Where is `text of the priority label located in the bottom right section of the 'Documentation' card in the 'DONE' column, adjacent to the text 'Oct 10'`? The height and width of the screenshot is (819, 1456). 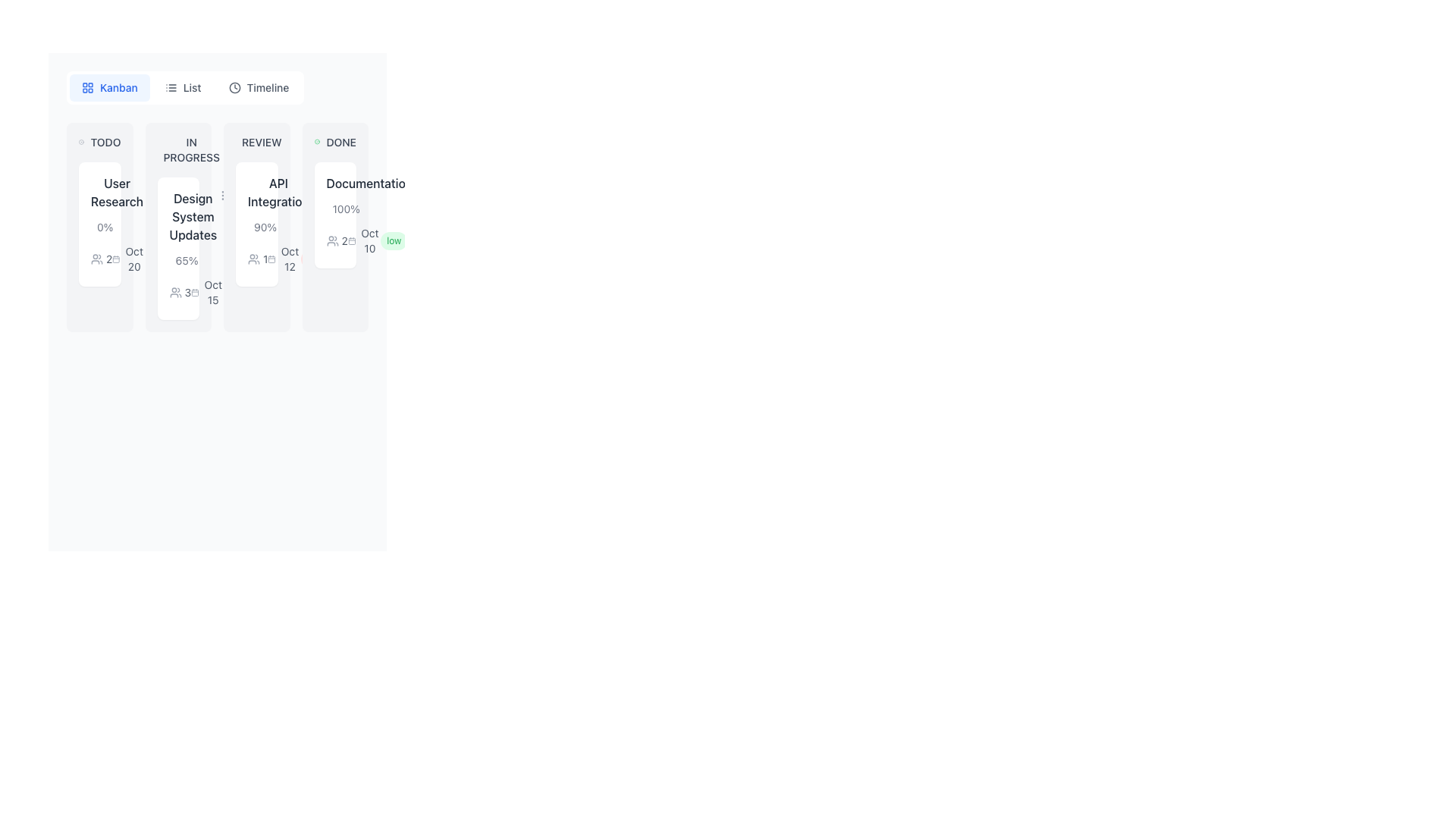
text of the priority label located in the bottom right section of the 'Documentation' card in the 'DONE' column, adjacent to the text 'Oct 10' is located at coordinates (394, 240).